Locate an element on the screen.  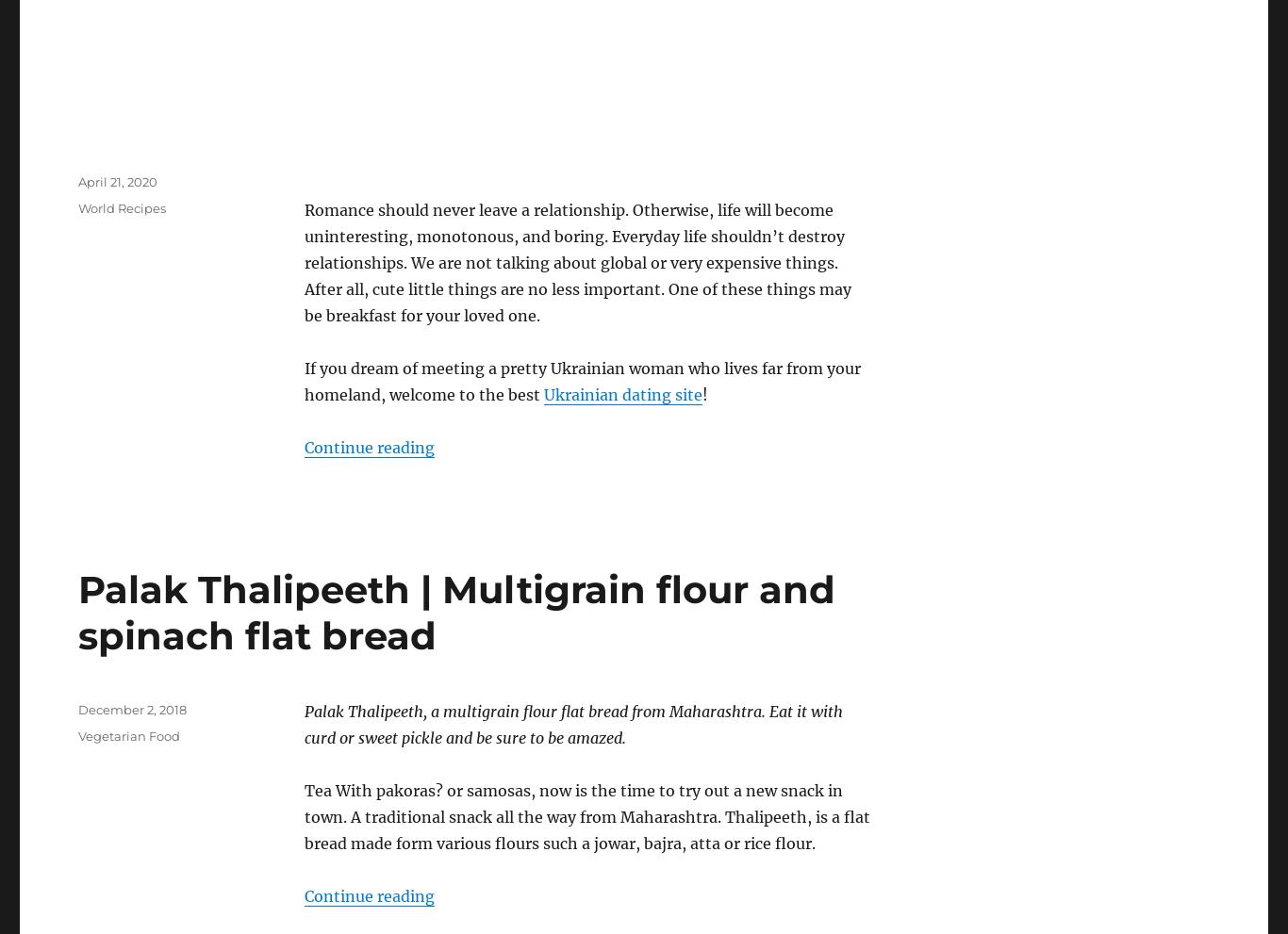
'Palak Thalipeeth | Multigrain flour and spinach flat bread' is located at coordinates (78, 611).